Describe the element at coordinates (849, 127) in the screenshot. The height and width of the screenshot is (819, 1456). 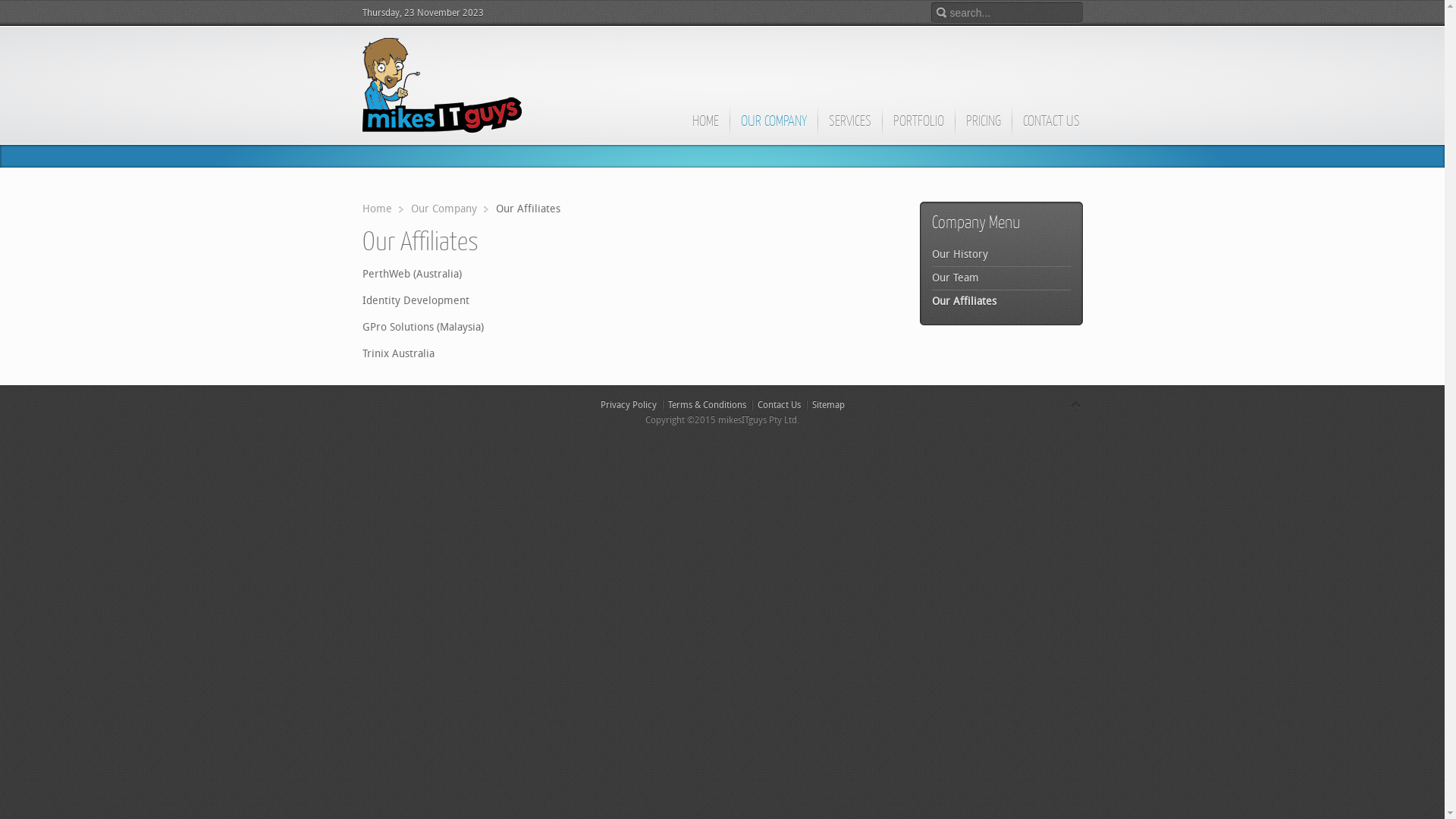
I see `'SERVICES'` at that location.